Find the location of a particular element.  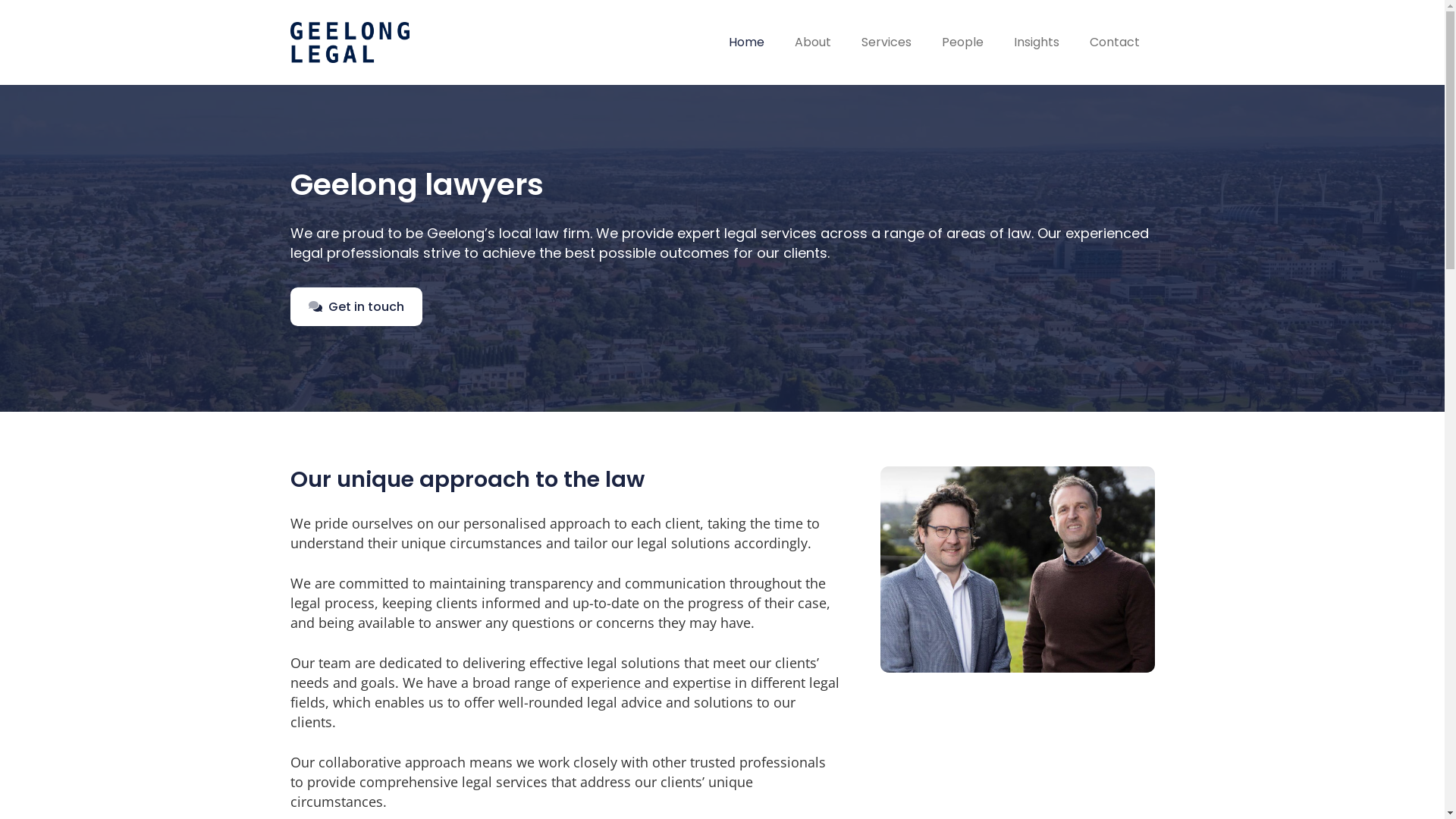

'Services' is located at coordinates (886, 42).